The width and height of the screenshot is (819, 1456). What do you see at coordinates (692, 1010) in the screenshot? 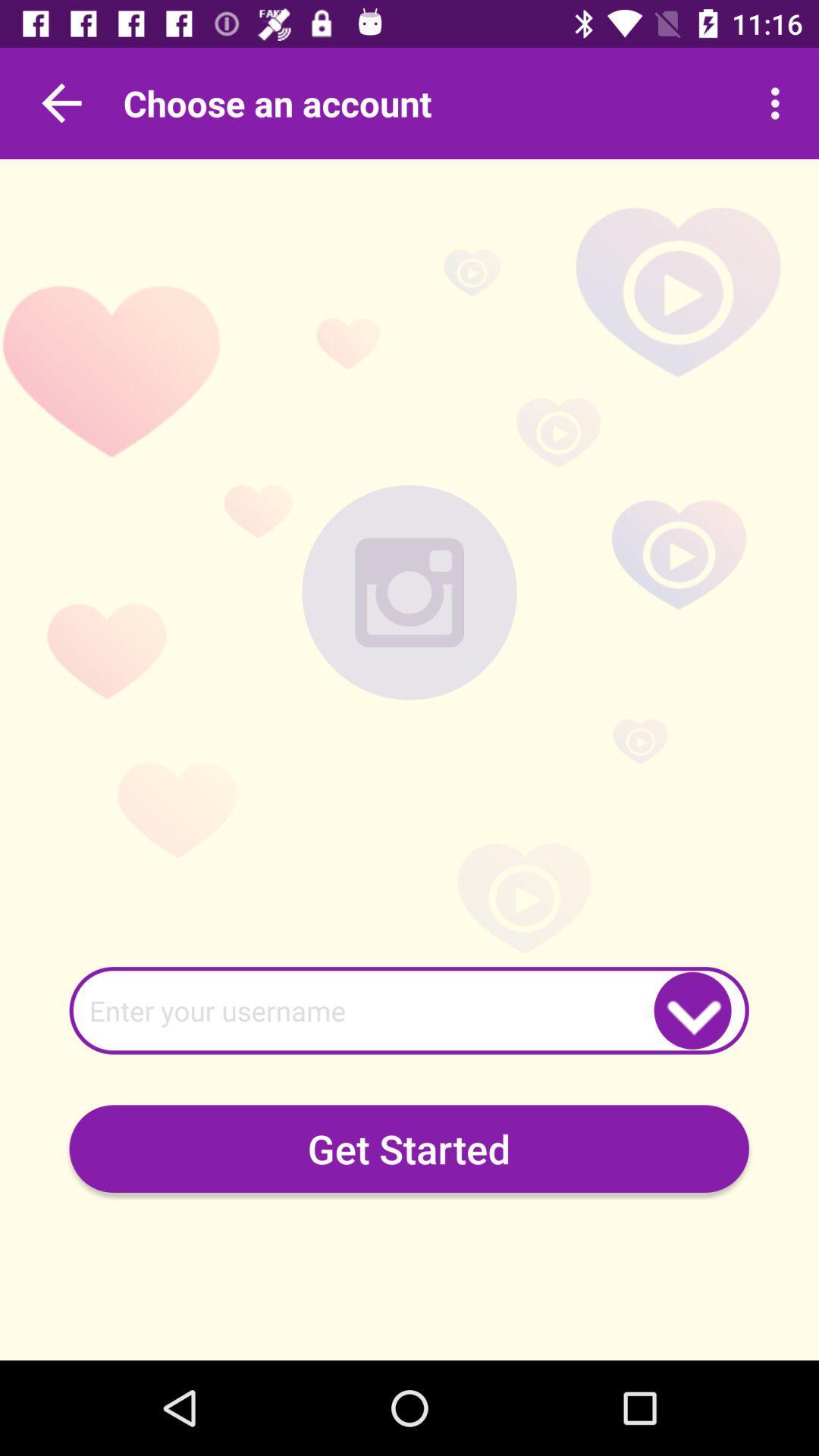
I see `the arrow_downward icon` at bounding box center [692, 1010].